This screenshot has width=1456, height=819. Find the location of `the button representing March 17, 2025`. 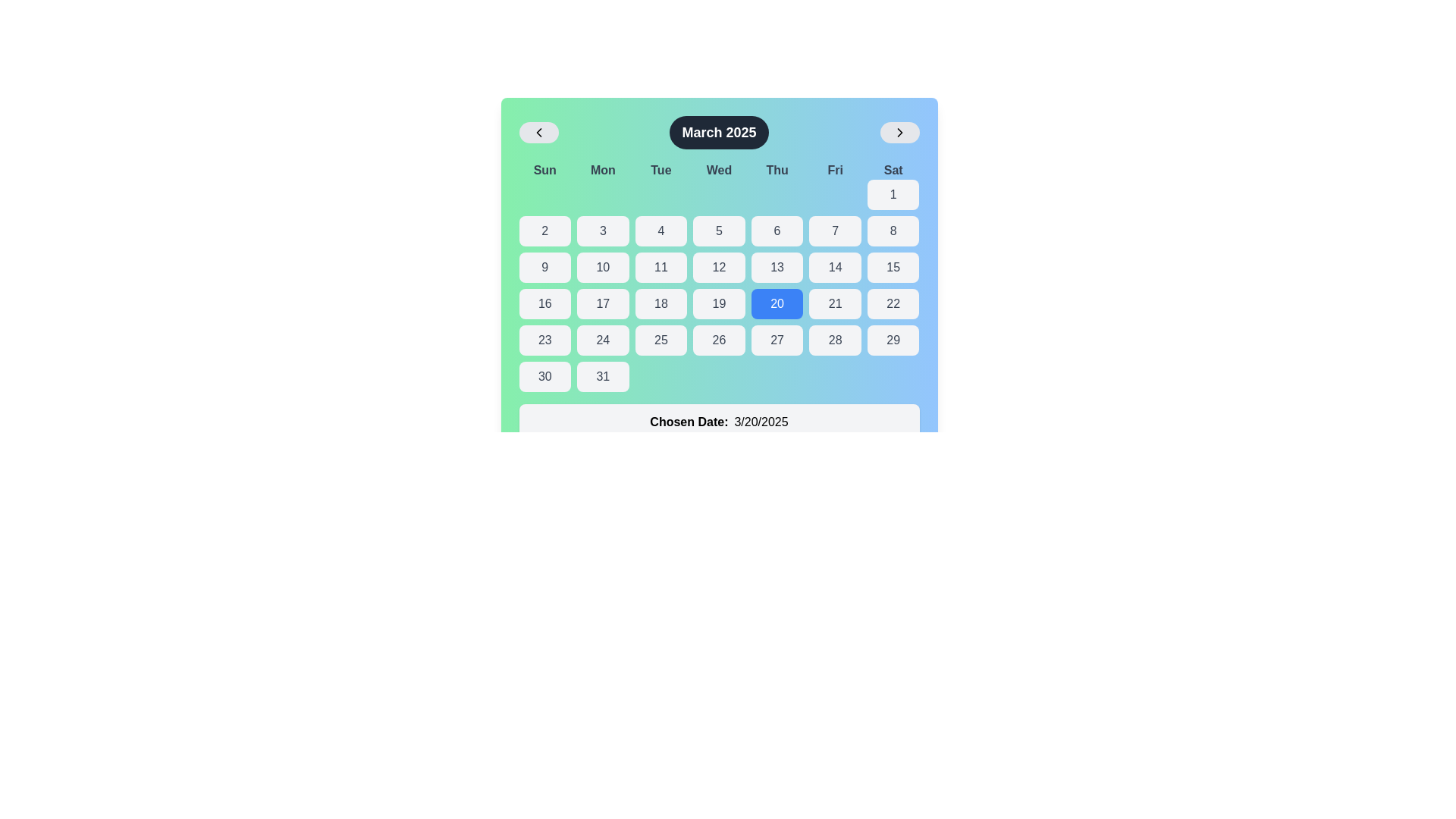

the button representing March 17, 2025 is located at coordinates (602, 304).